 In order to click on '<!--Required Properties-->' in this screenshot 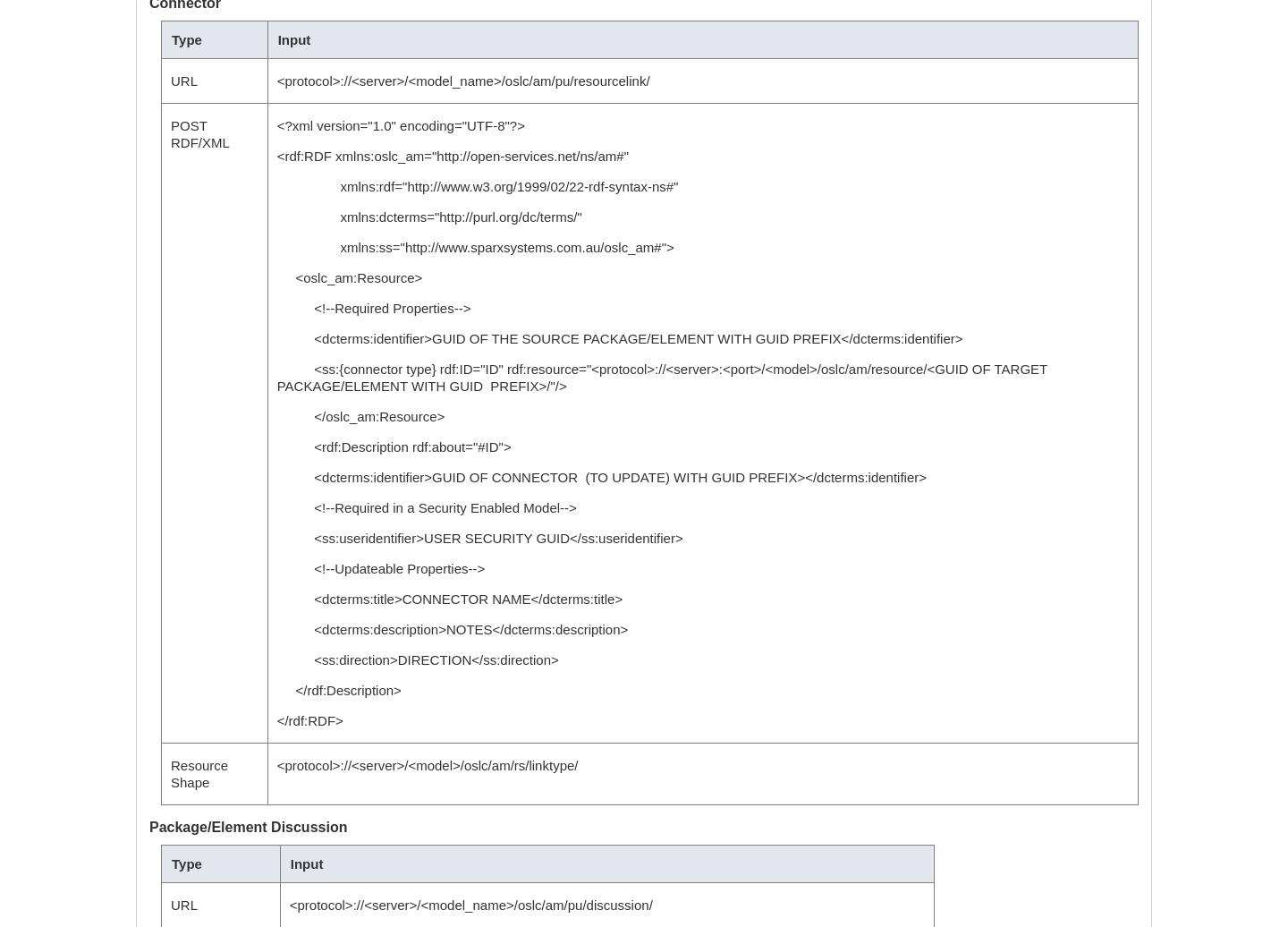, I will do `click(372, 308)`.